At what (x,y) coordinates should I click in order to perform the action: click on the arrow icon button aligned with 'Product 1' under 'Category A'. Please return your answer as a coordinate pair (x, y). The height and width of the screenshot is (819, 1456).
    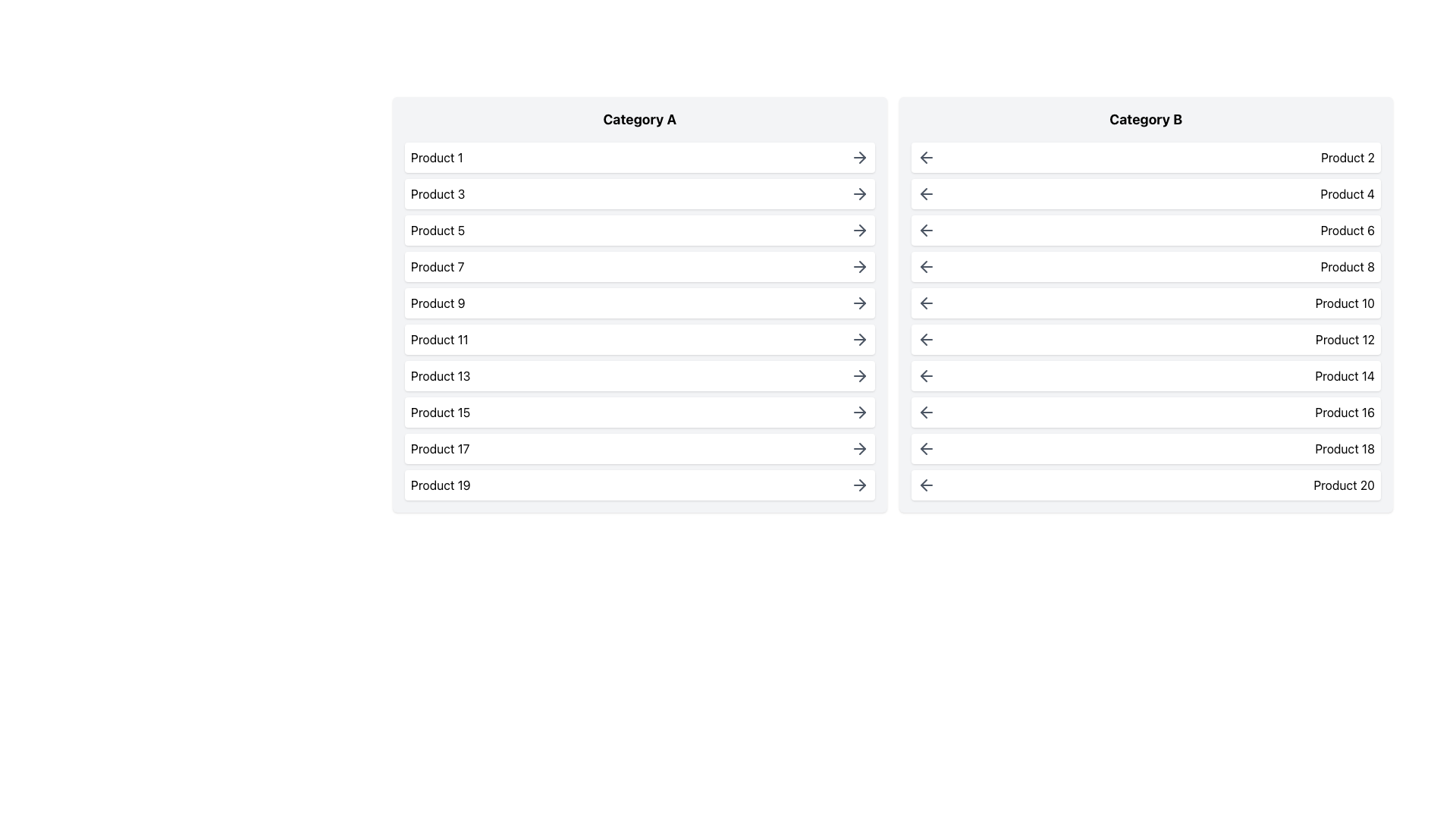
    Looking at the image, I should click on (862, 158).